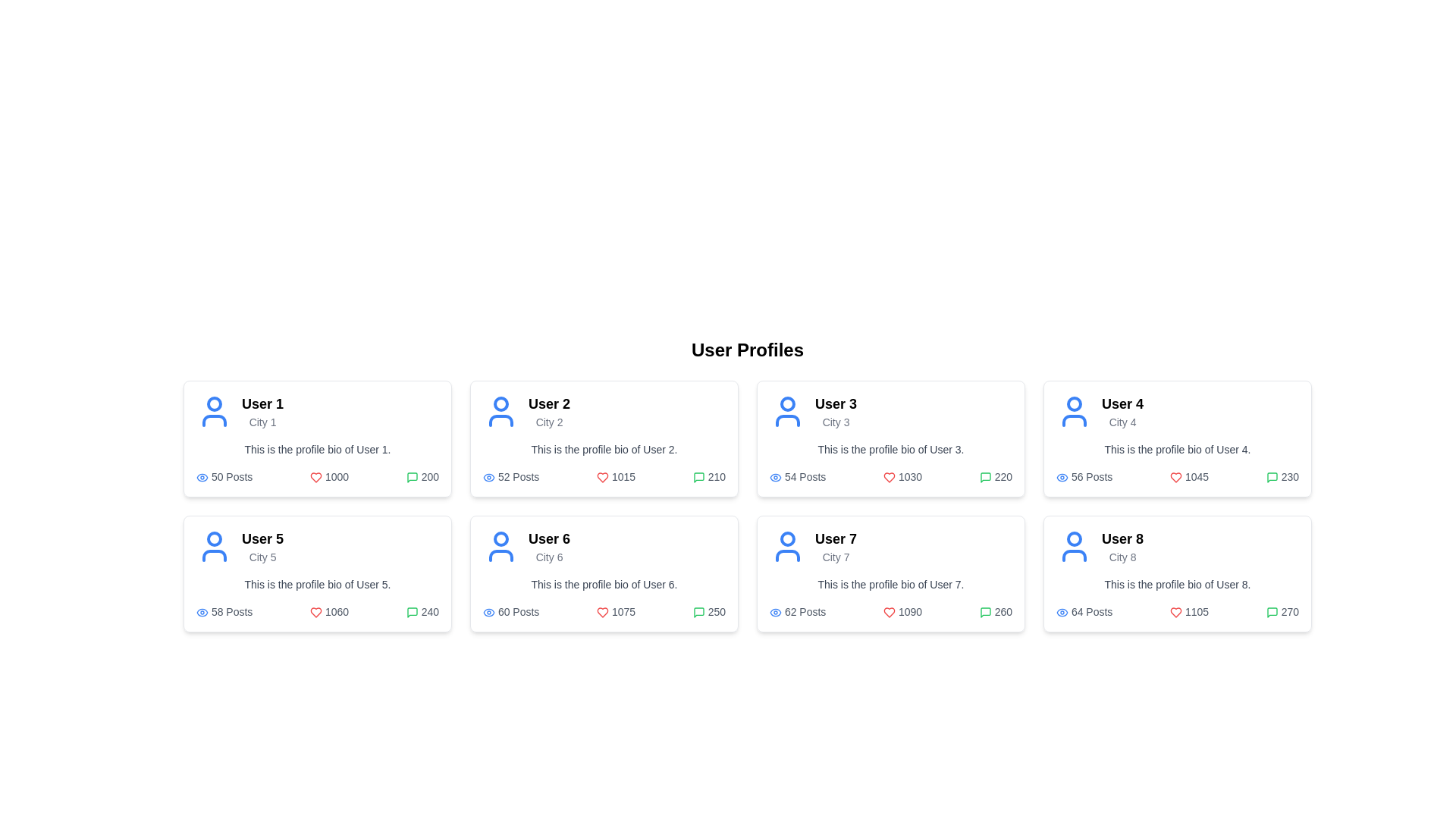  I want to click on text label displaying 'City 6', which is located below the username 'User 6' in the user profile section, so click(548, 557).